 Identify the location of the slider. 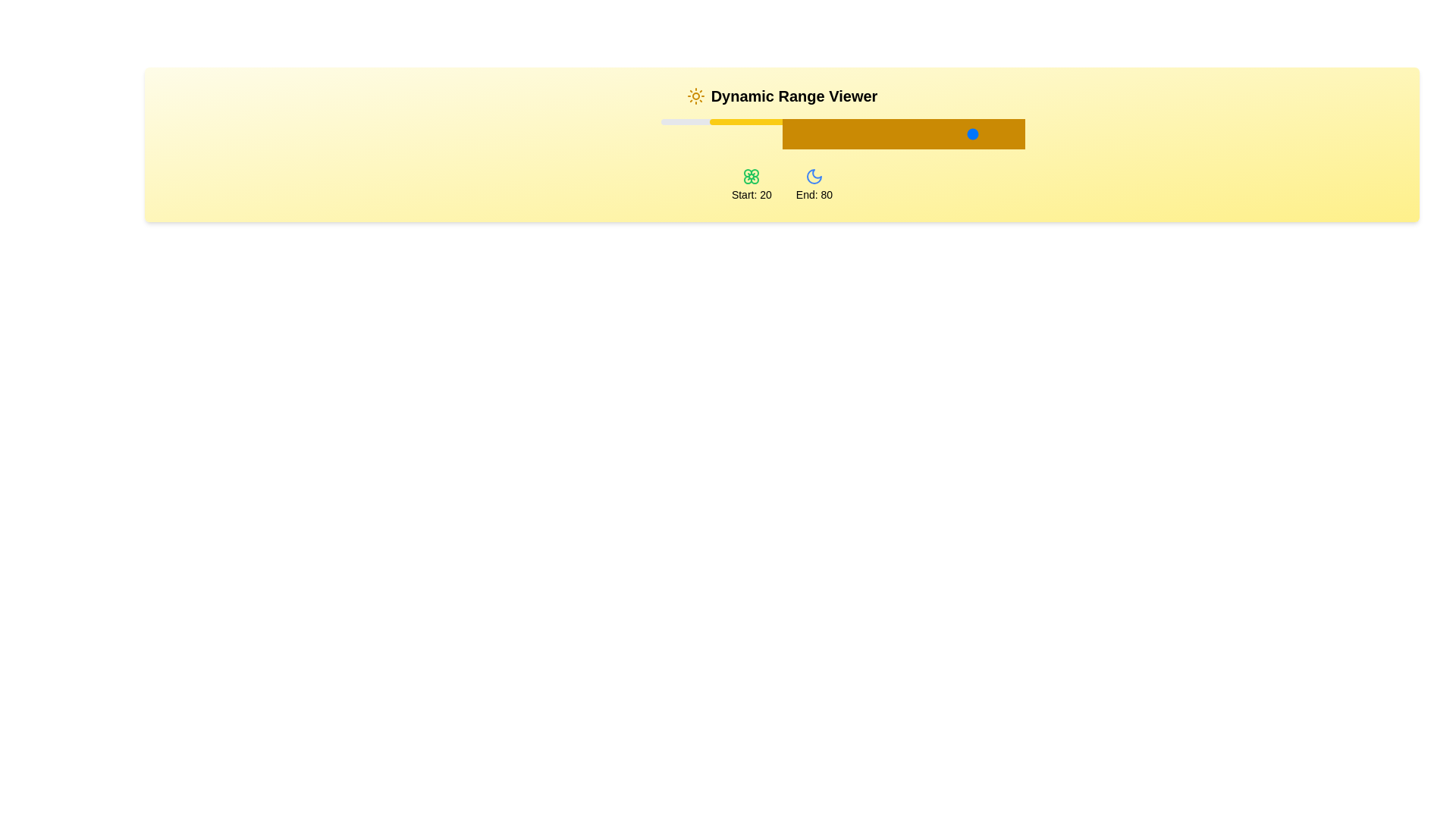
(731, 121).